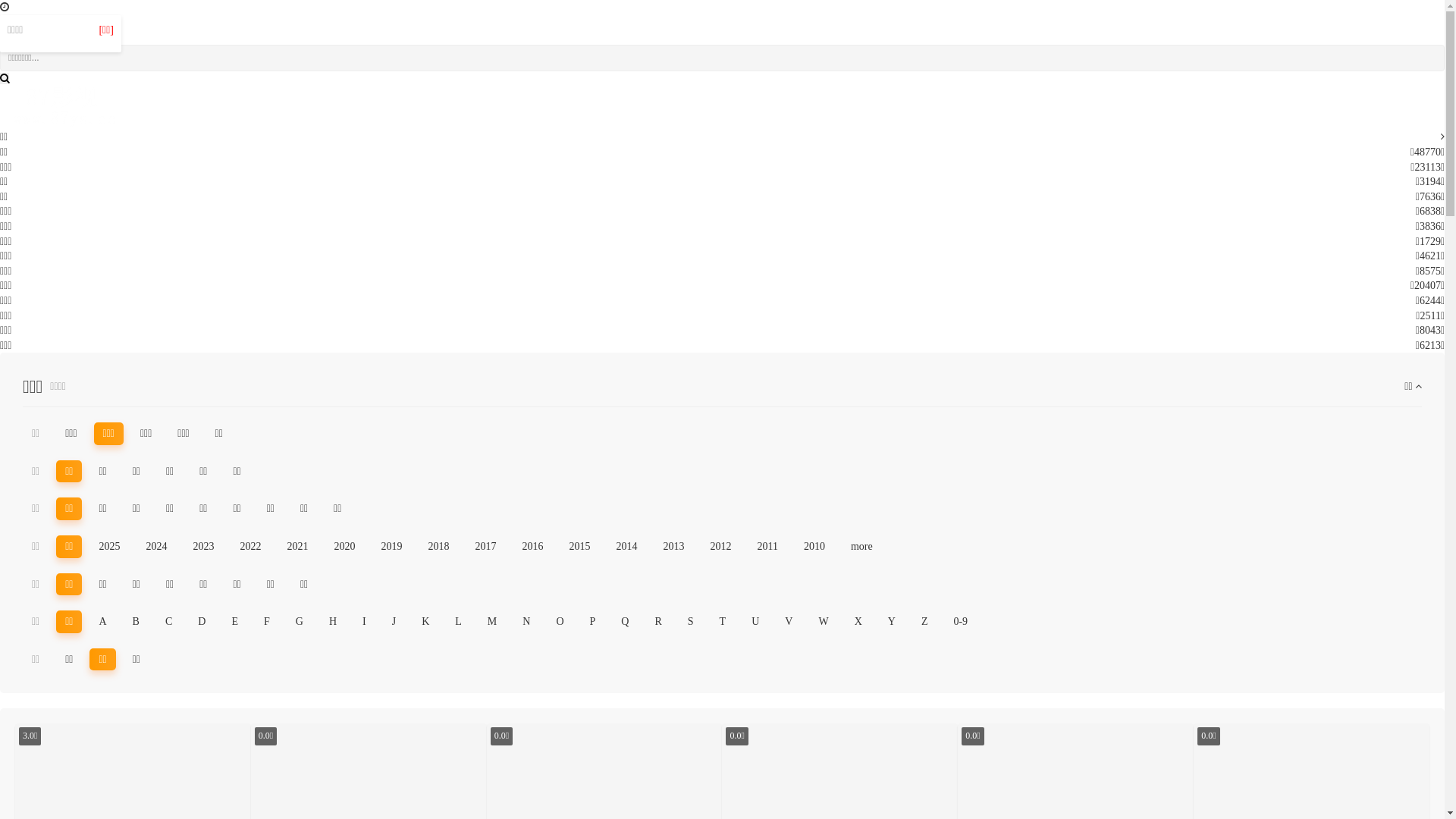 Image resolution: width=1456 pixels, height=819 pixels. What do you see at coordinates (654, 547) in the screenshot?
I see `'2013'` at bounding box center [654, 547].